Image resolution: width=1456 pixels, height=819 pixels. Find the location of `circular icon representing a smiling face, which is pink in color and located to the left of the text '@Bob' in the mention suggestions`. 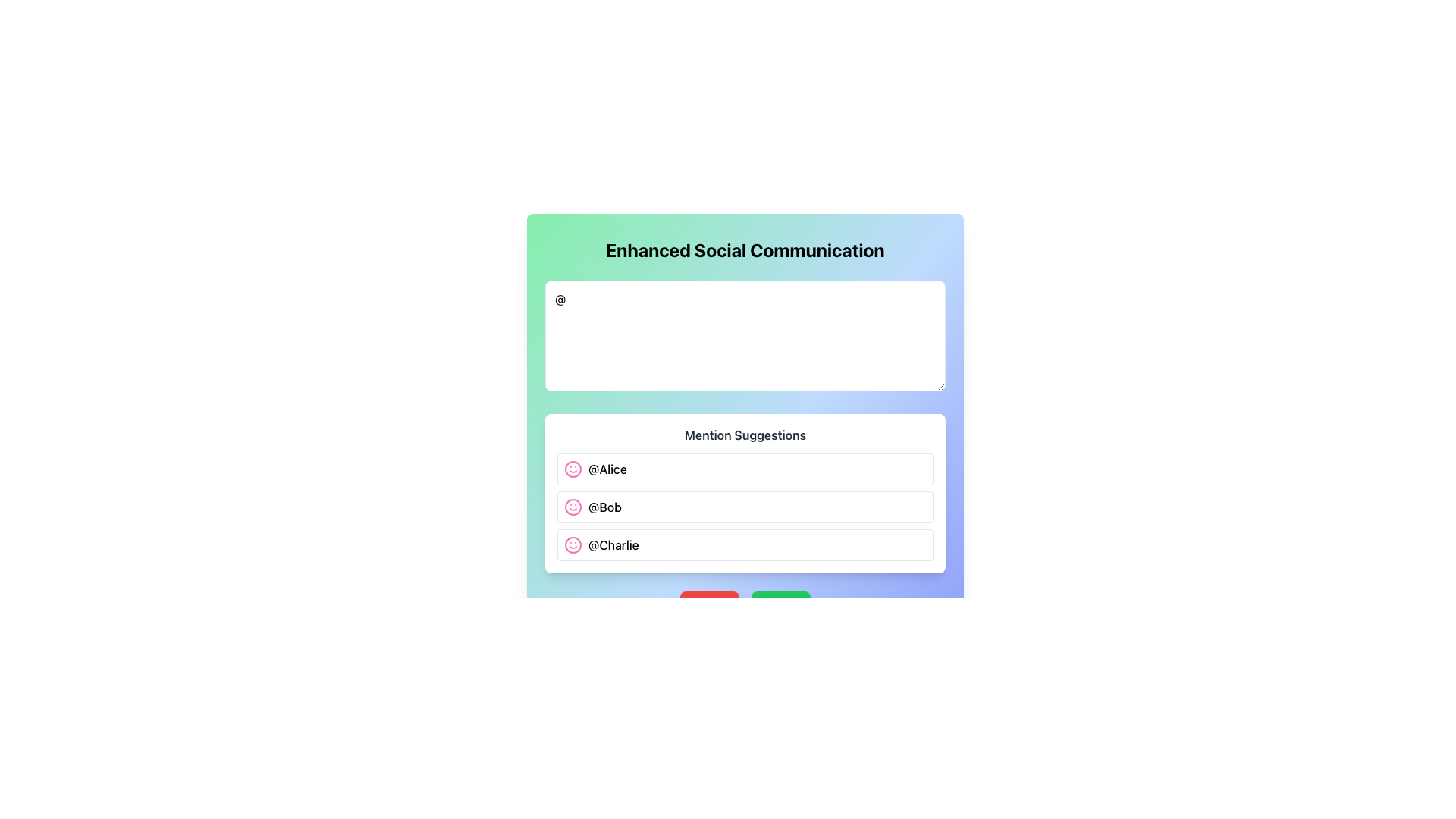

circular icon representing a smiling face, which is pink in color and located to the left of the text '@Bob' in the mention suggestions is located at coordinates (572, 507).